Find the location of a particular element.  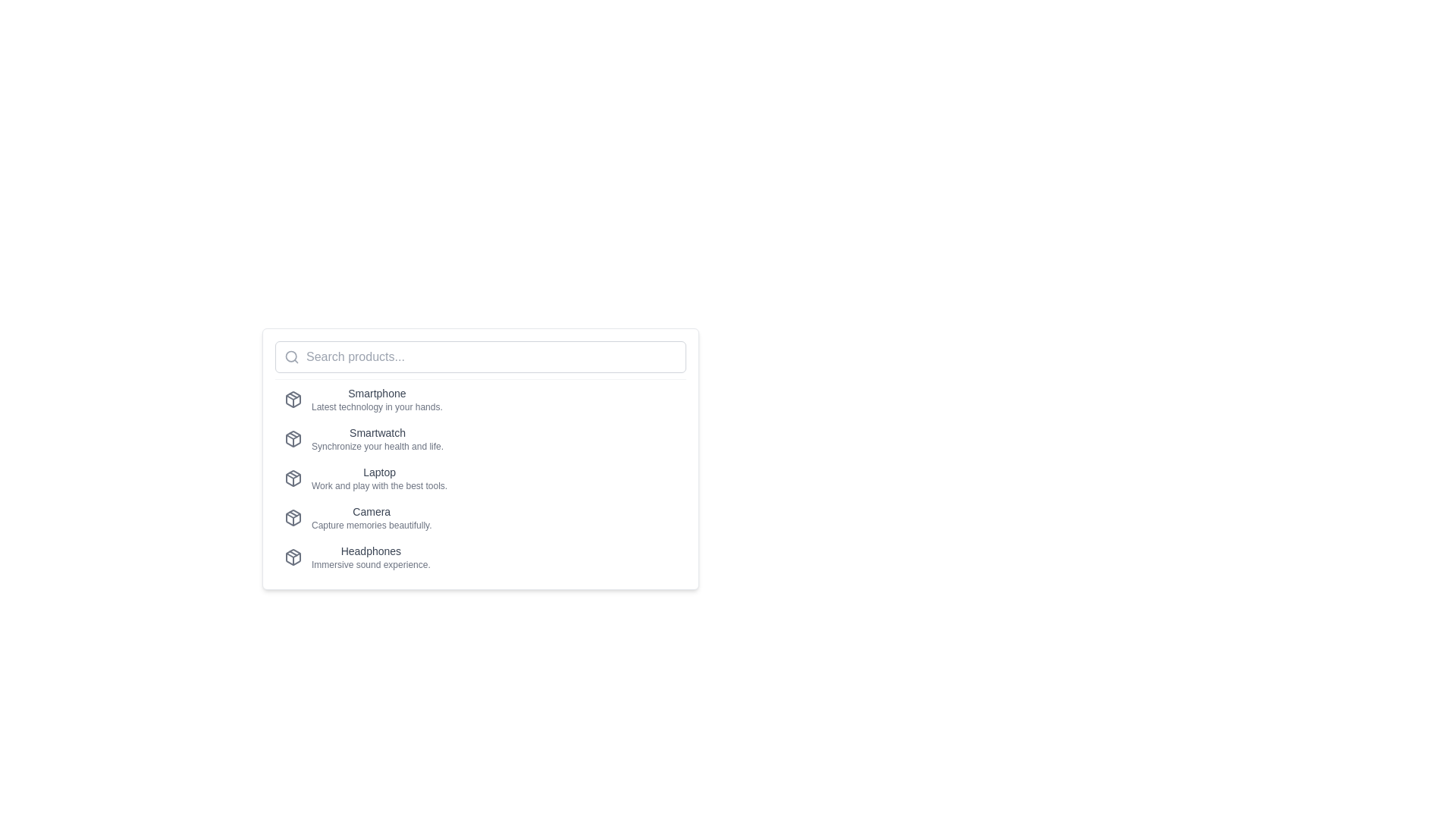

the third list item in the vertical list of options related to laptops is located at coordinates (479, 479).